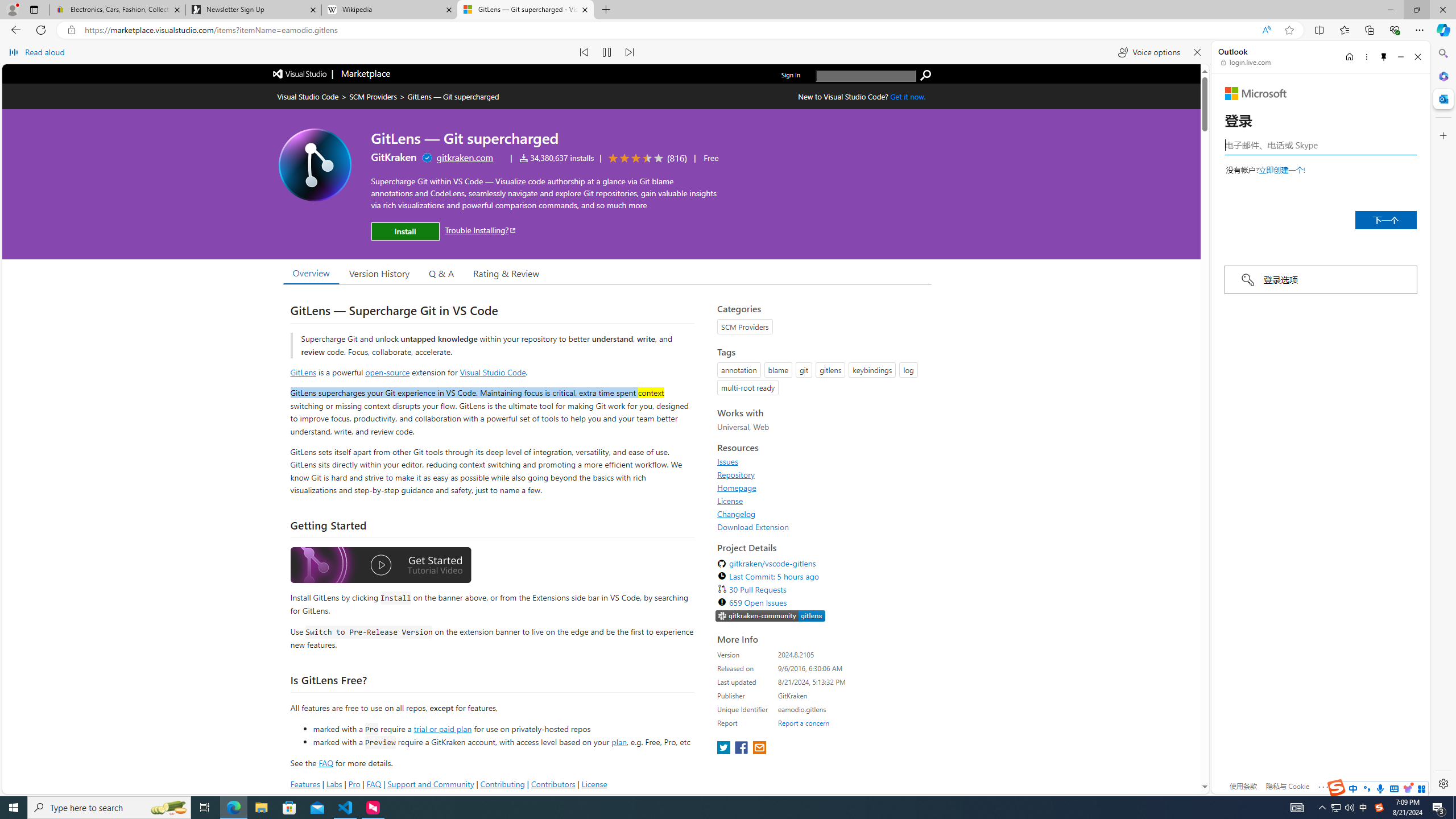 This screenshot has width=1456, height=819. Describe the element at coordinates (742, 748) in the screenshot. I see `'share extension on facebook'` at that location.